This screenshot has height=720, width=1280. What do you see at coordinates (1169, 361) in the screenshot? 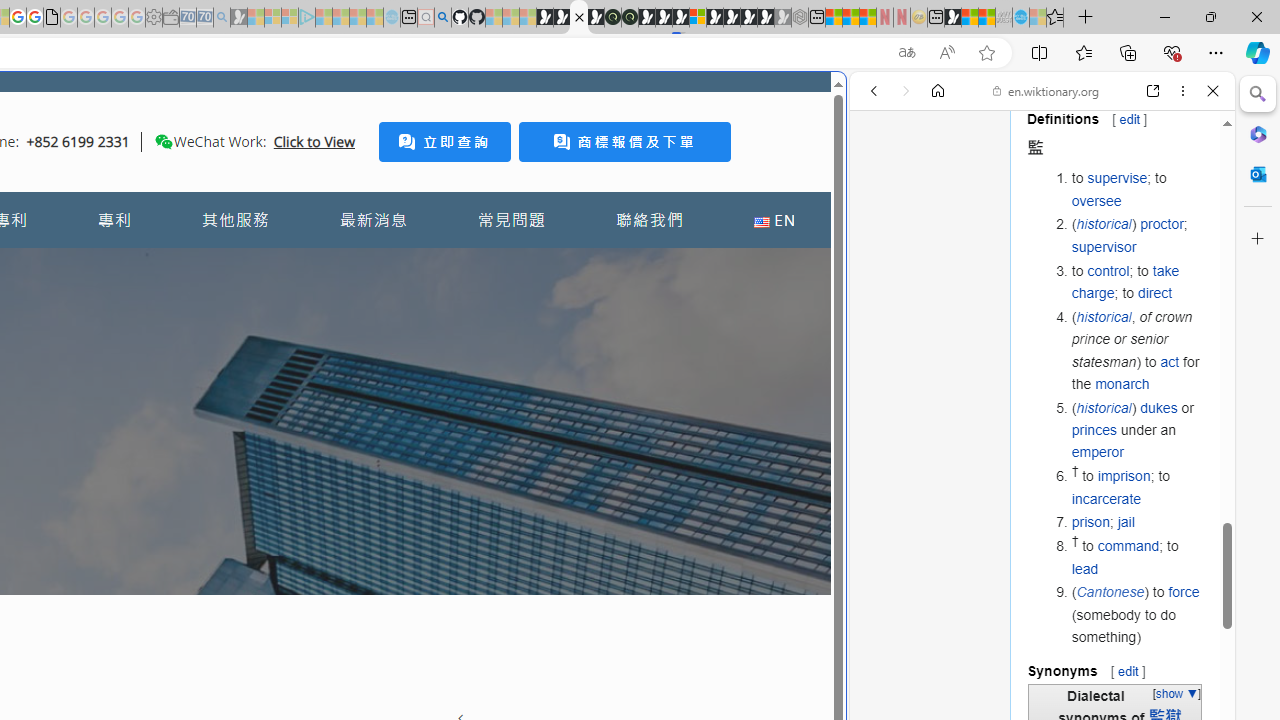
I see `'act'` at bounding box center [1169, 361].